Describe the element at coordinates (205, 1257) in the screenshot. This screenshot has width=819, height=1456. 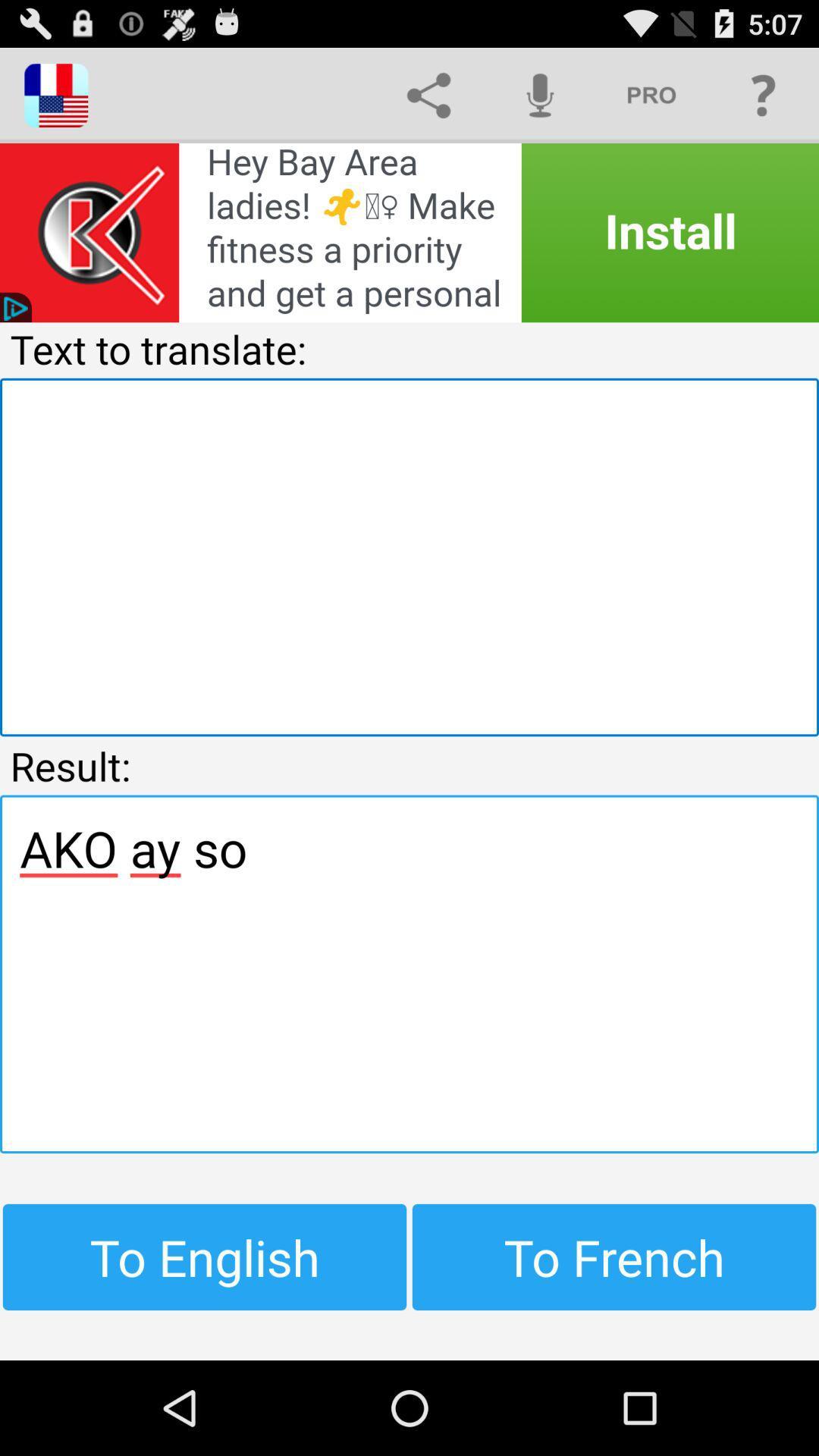
I see `to english at the bottom left corner` at that location.